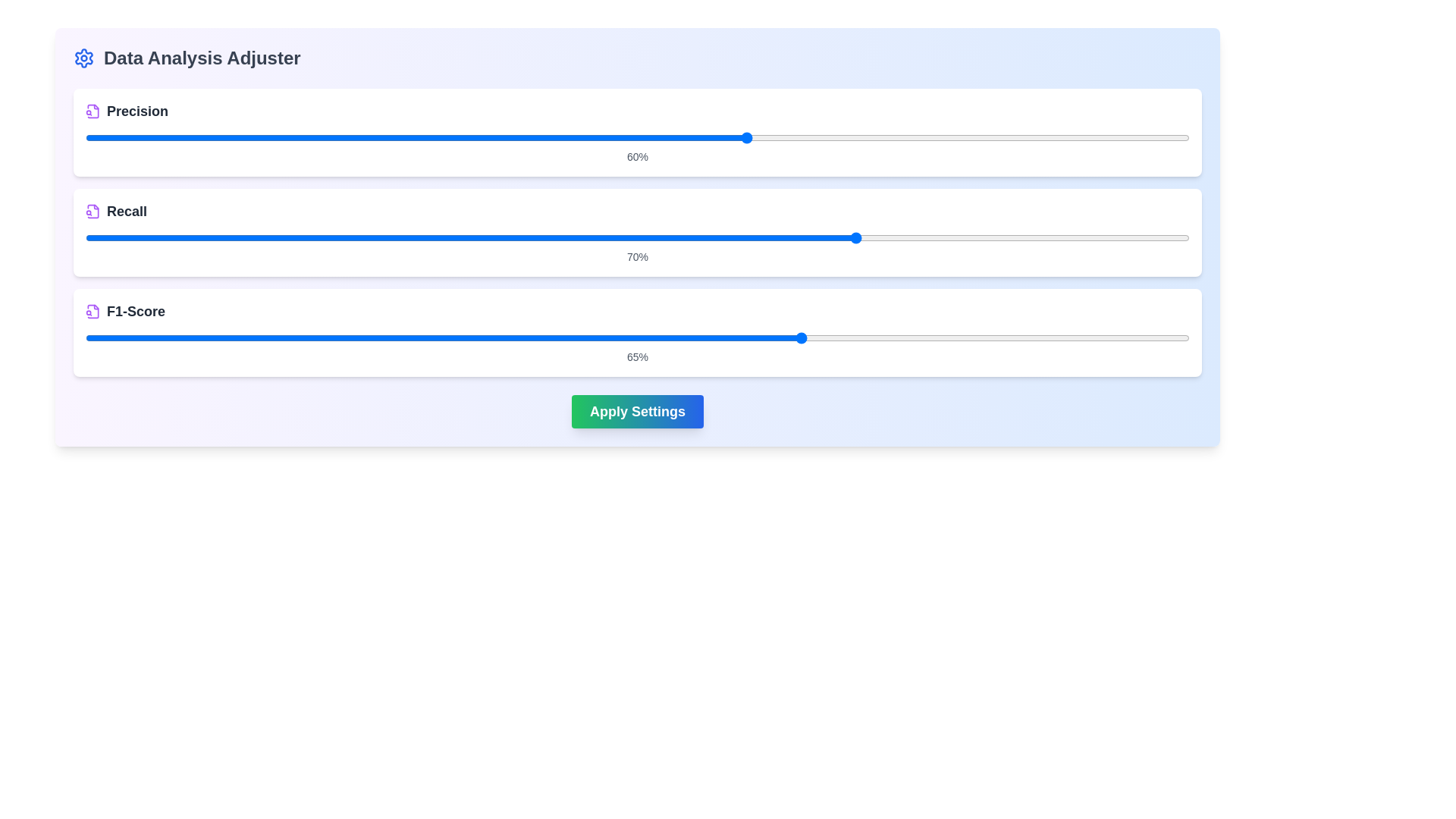 The height and width of the screenshot is (819, 1456). Describe the element at coordinates (637, 412) in the screenshot. I see `'Apply Settings' button` at that location.